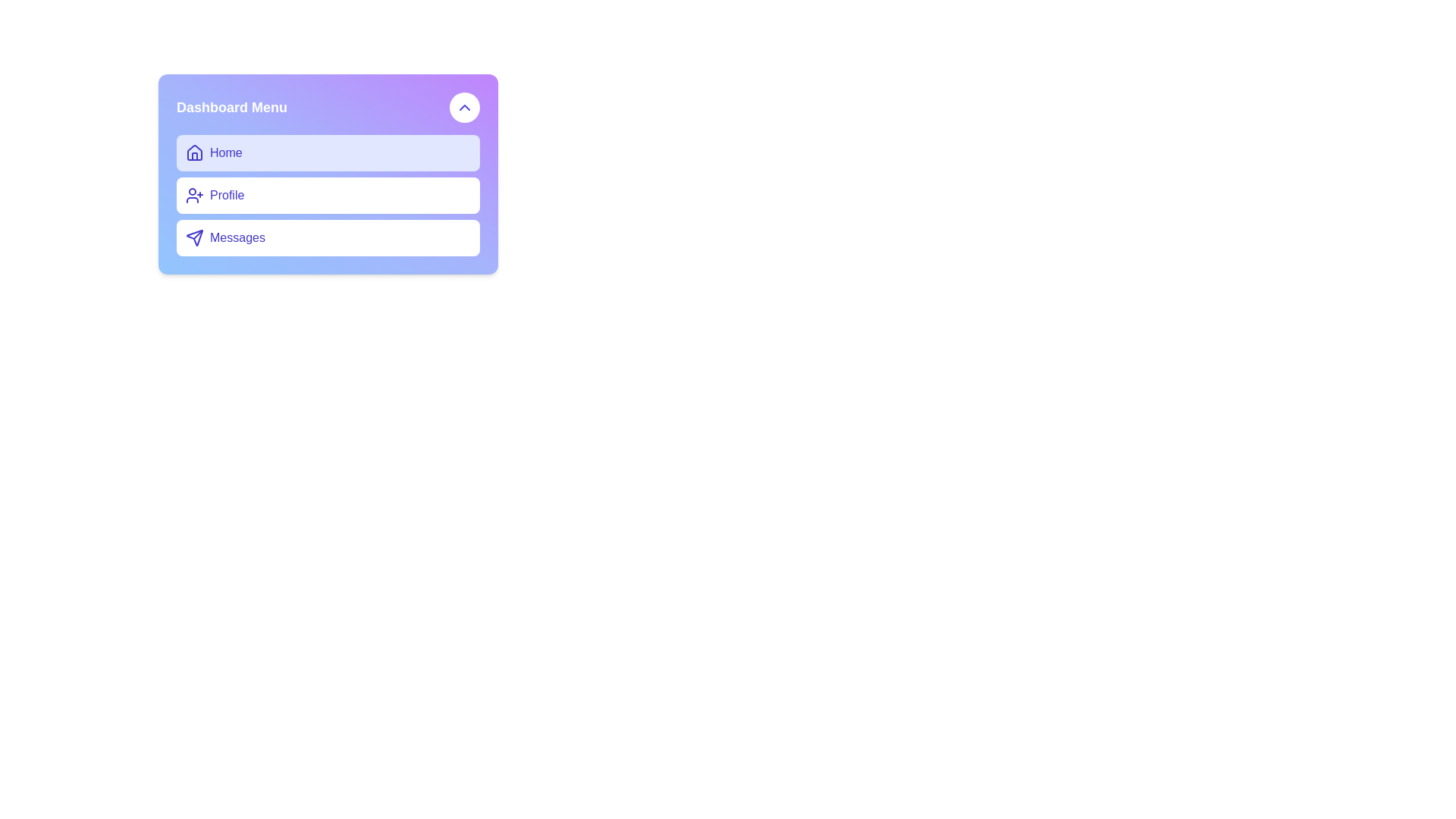 The width and height of the screenshot is (1456, 819). I want to click on the blue paper airplane icon located to the left of the 'Messages' label in the vertical menu structure, so click(194, 237).